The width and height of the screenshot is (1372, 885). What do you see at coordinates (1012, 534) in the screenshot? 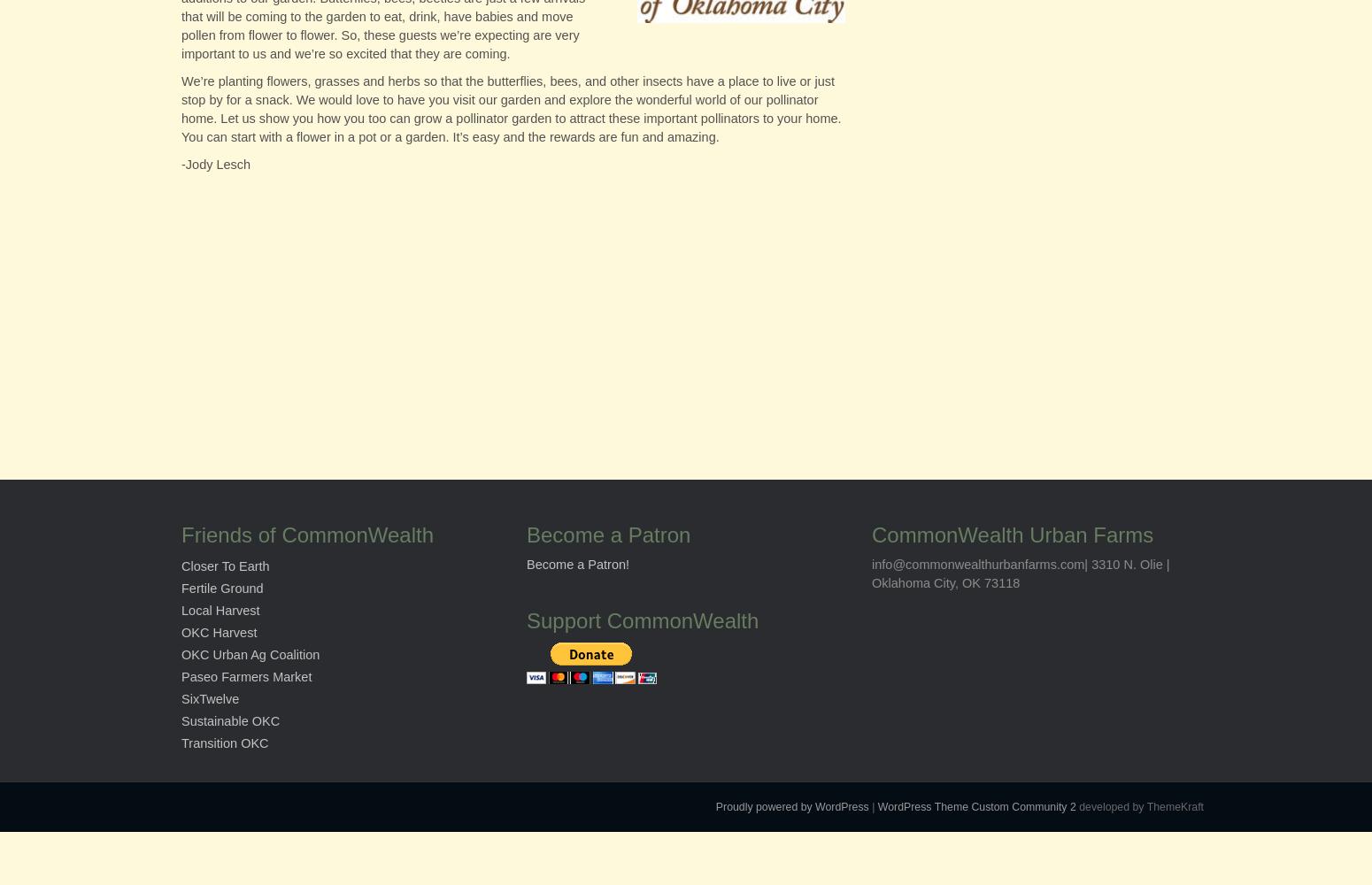
I see `'CommonWealth Urban Farms'` at bounding box center [1012, 534].